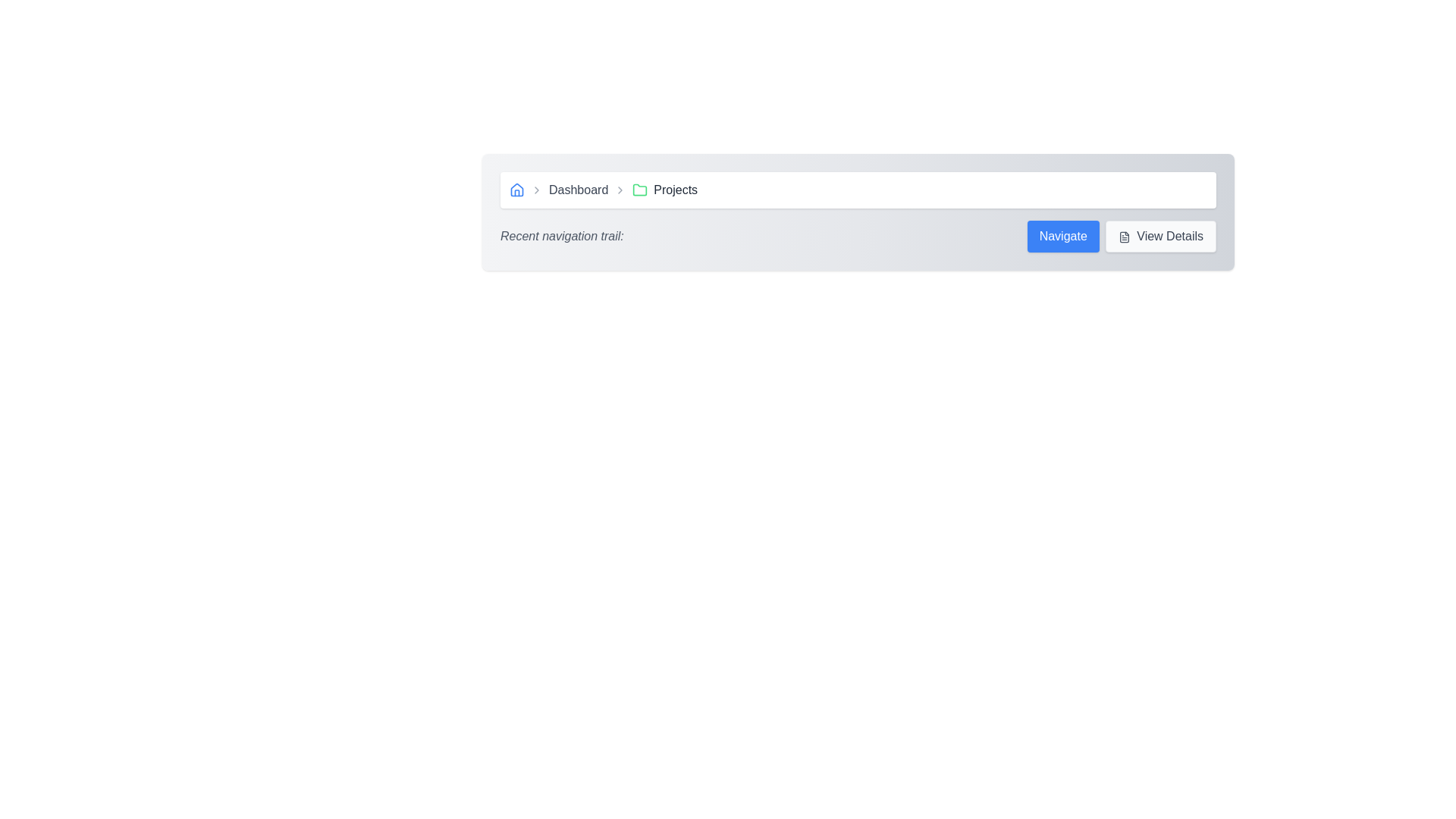 This screenshot has height=819, width=1456. What do you see at coordinates (640, 189) in the screenshot?
I see `the folder icon in the breadcrumb navigation that represents the 'Projects' section, which is positioned between the 'Dashboard' and 'Projects' labels` at bounding box center [640, 189].